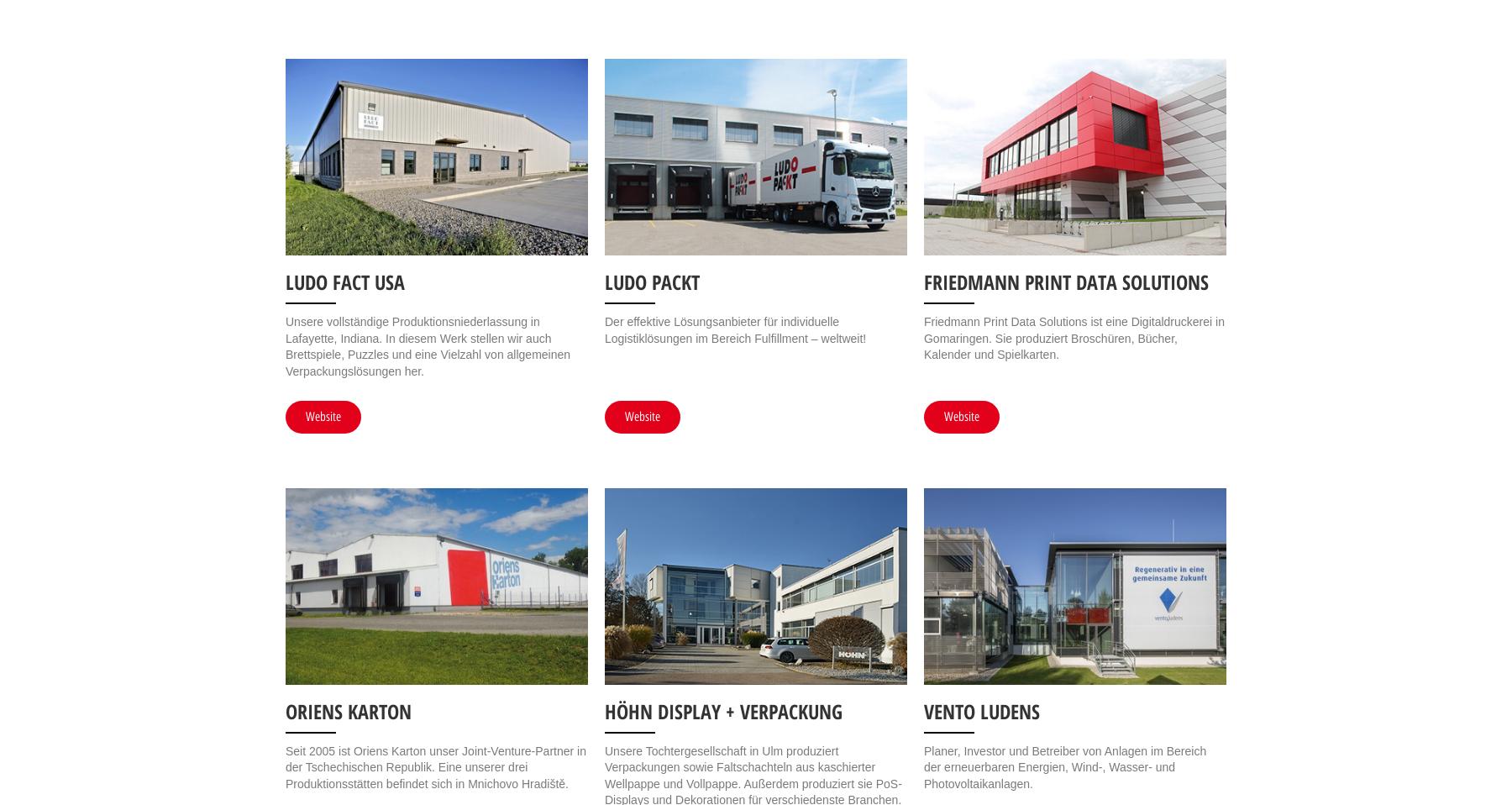 This screenshot has height=805, width=1512. What do you see at coordinates (1065, 280) in the screenshot?
I see `'FRIEDMANN PRINT DATA SOLUTIONS'` at bounding box center [1065, 280].